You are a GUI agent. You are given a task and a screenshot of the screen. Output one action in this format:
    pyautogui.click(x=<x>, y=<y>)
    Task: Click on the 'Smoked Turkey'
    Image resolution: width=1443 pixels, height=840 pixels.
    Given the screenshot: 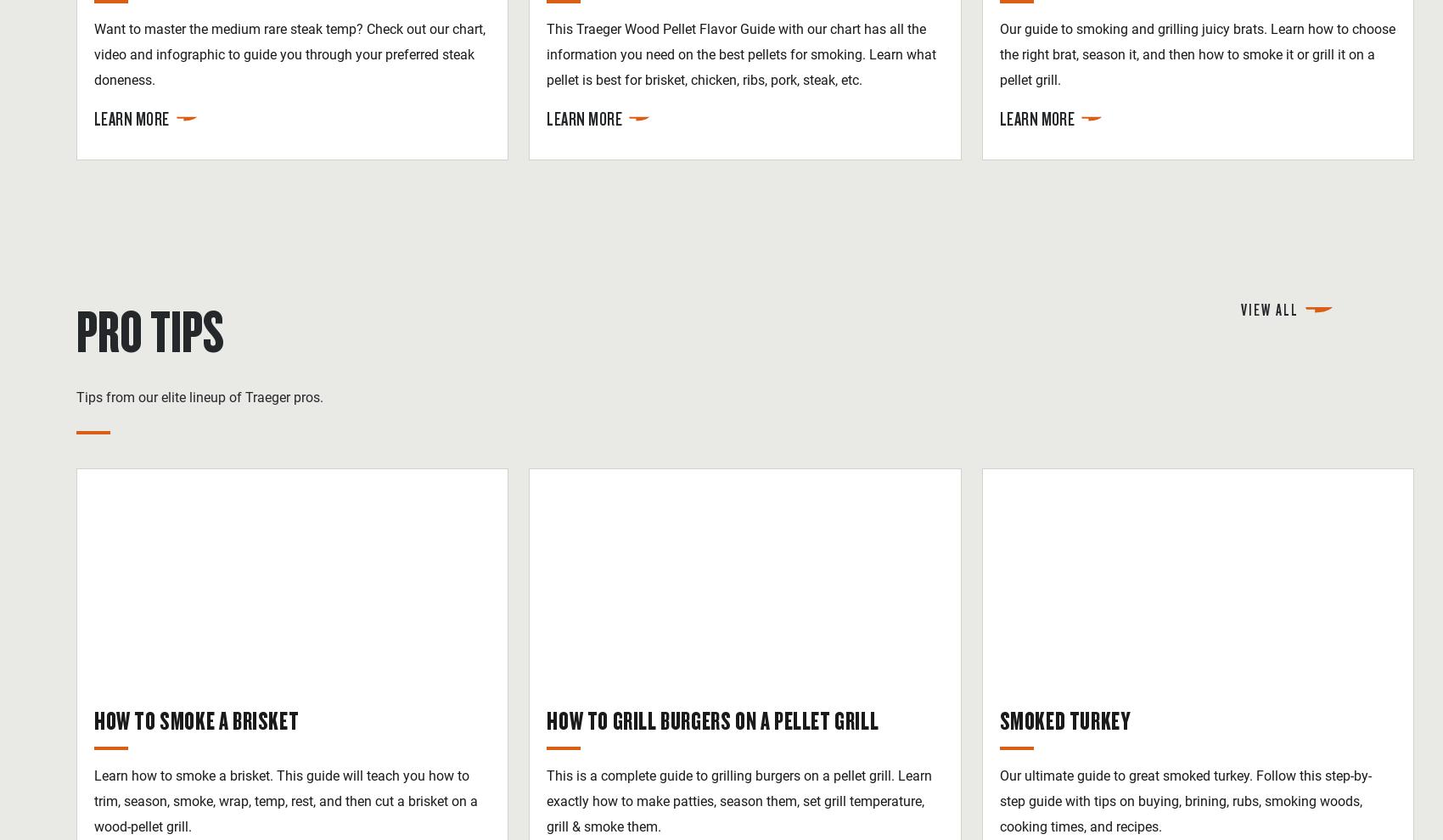 What is the action you would take?
    pyautogui.click(x=1064, y=720)
    